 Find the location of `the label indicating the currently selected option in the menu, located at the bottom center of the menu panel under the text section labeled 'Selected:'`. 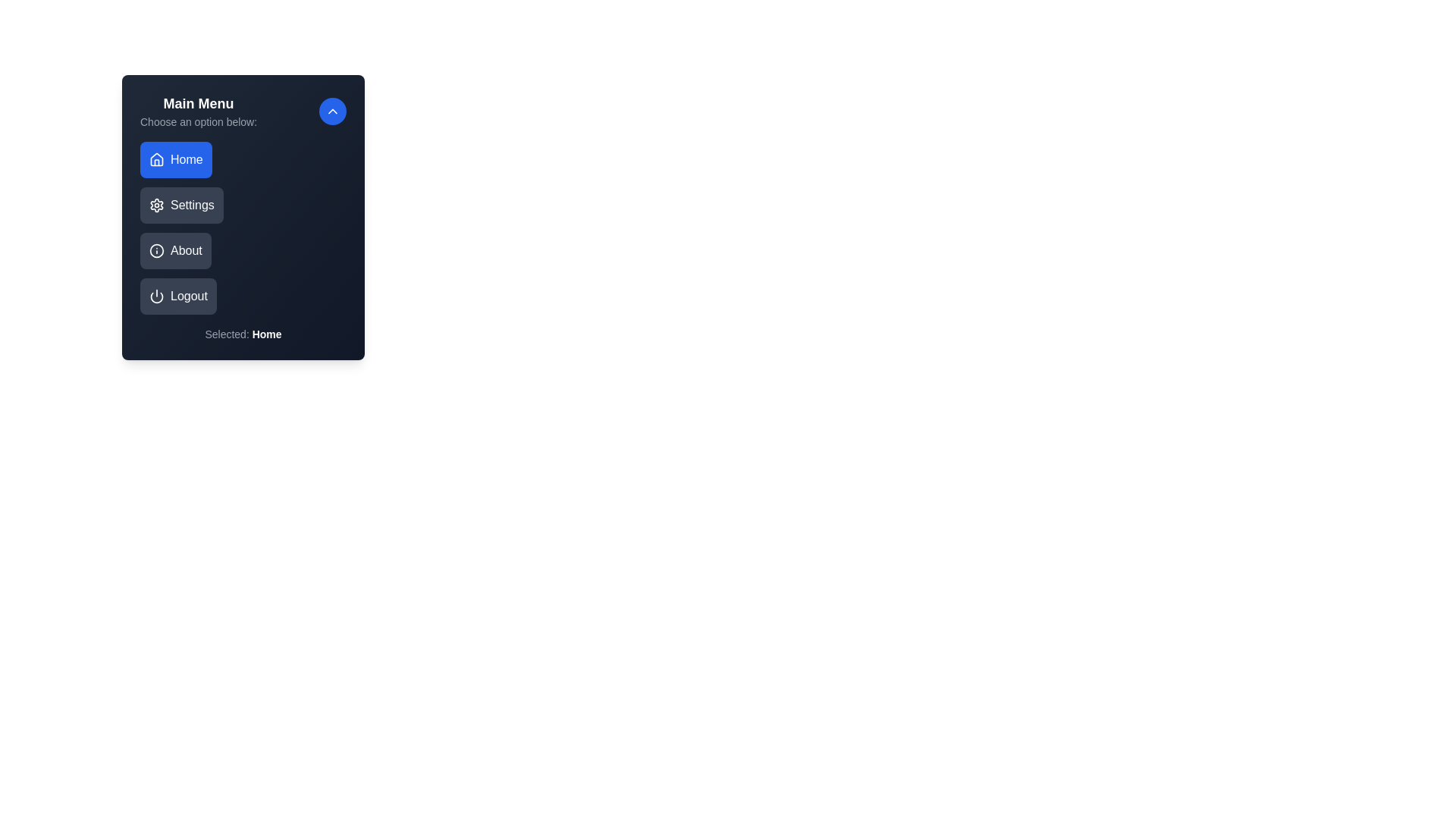

the label indicating the currently selected option in the menu, located at the bottom center of the menu panel under the text section labeled 'Selected:' is located at coordinates (267, 333).